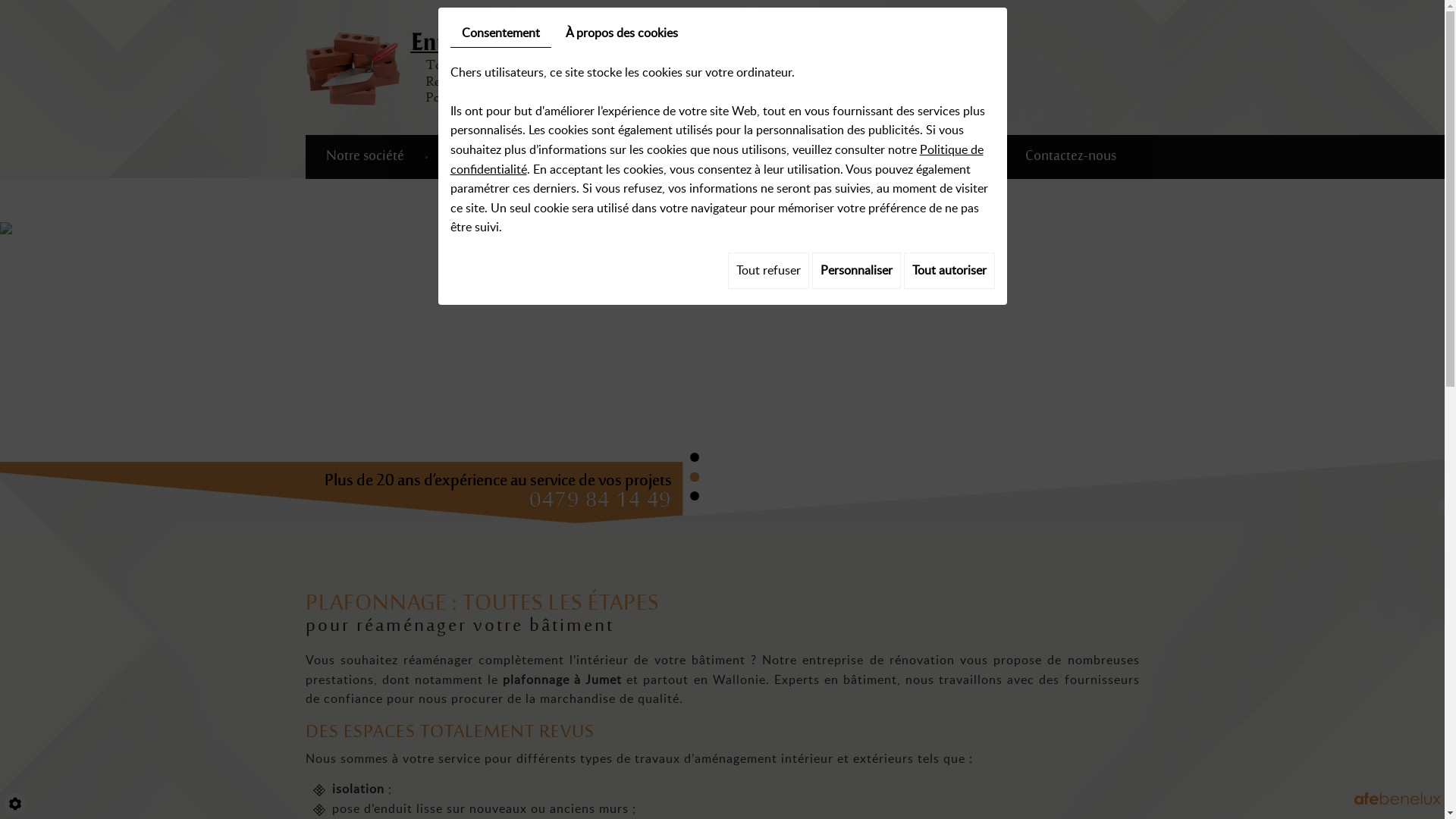  What do you see at coordinates (768, 270) in the screenshot?
I see `'Tout refuser'` at bounding box center [768, 270].